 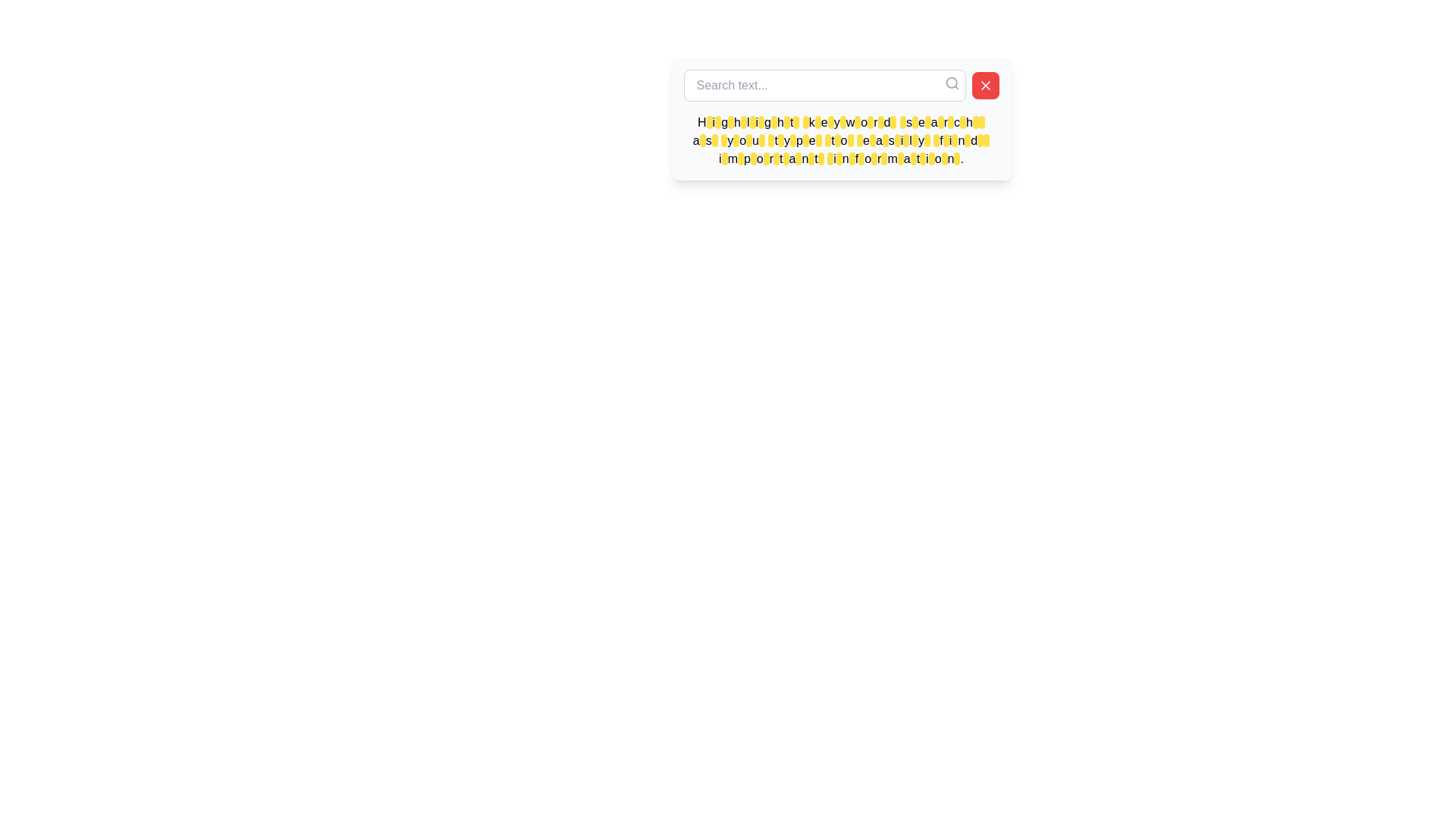 What do you see at coordinates (922, 158) in the screenshot?
I see `the 54th highlighted segment in the text that visually emphasizes its importance within the context` at bounding box center [922, 158].